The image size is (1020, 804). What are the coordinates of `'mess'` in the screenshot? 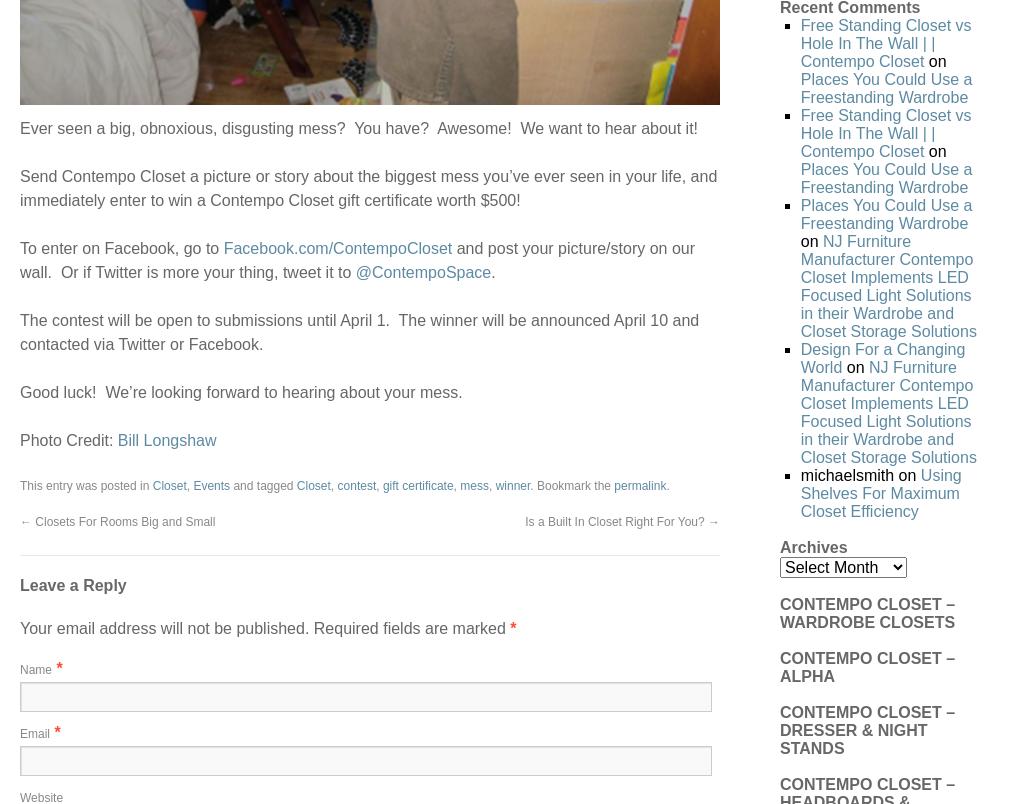 It's located at (459, 483).